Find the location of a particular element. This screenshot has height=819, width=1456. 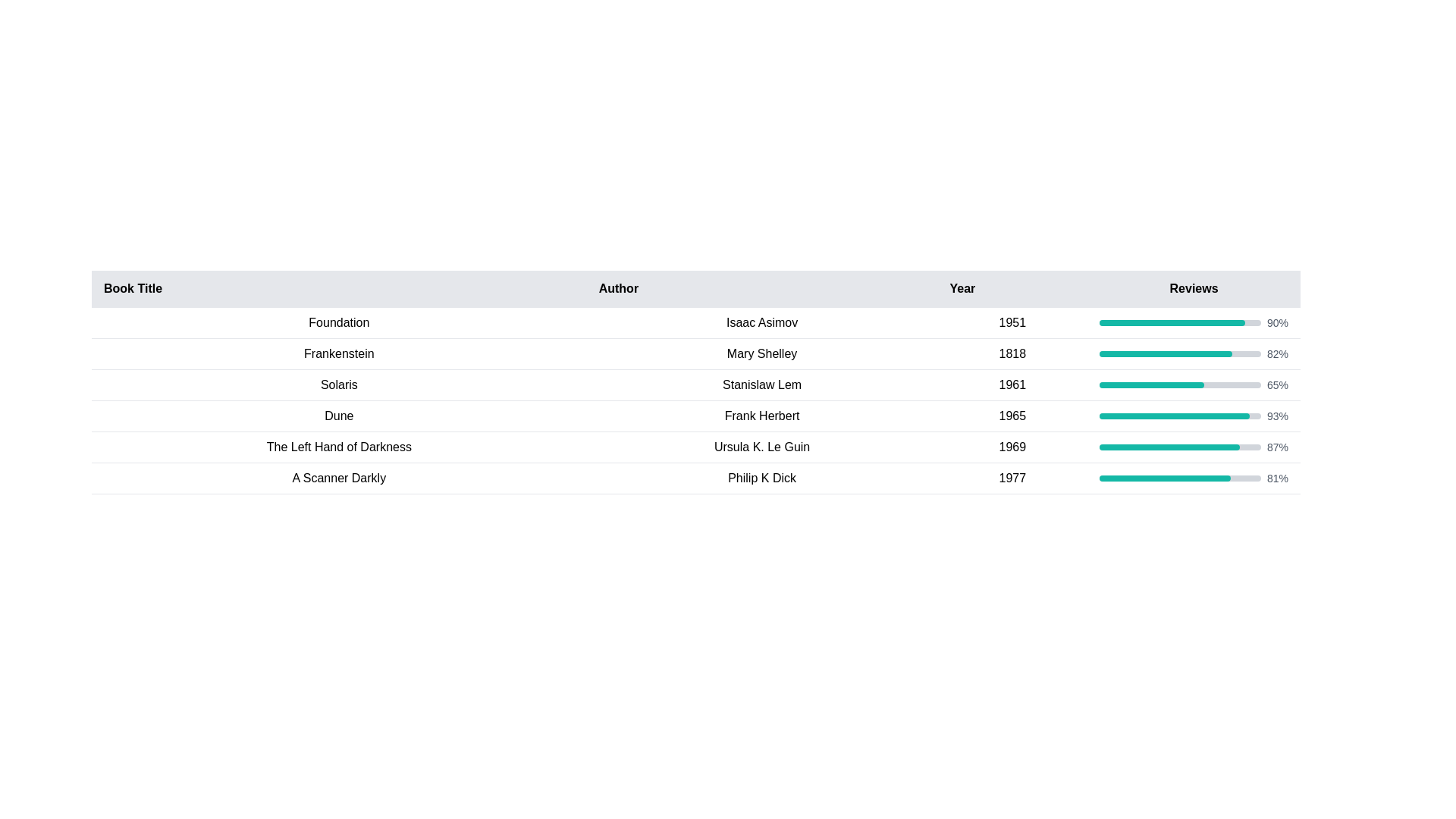

percentage text '90%' from the Progress Bar with Percentage Indicator located in the 'Reviews' column for the book 'Foundation' by Isaac Asimov is located at coordinates (1193, 322).